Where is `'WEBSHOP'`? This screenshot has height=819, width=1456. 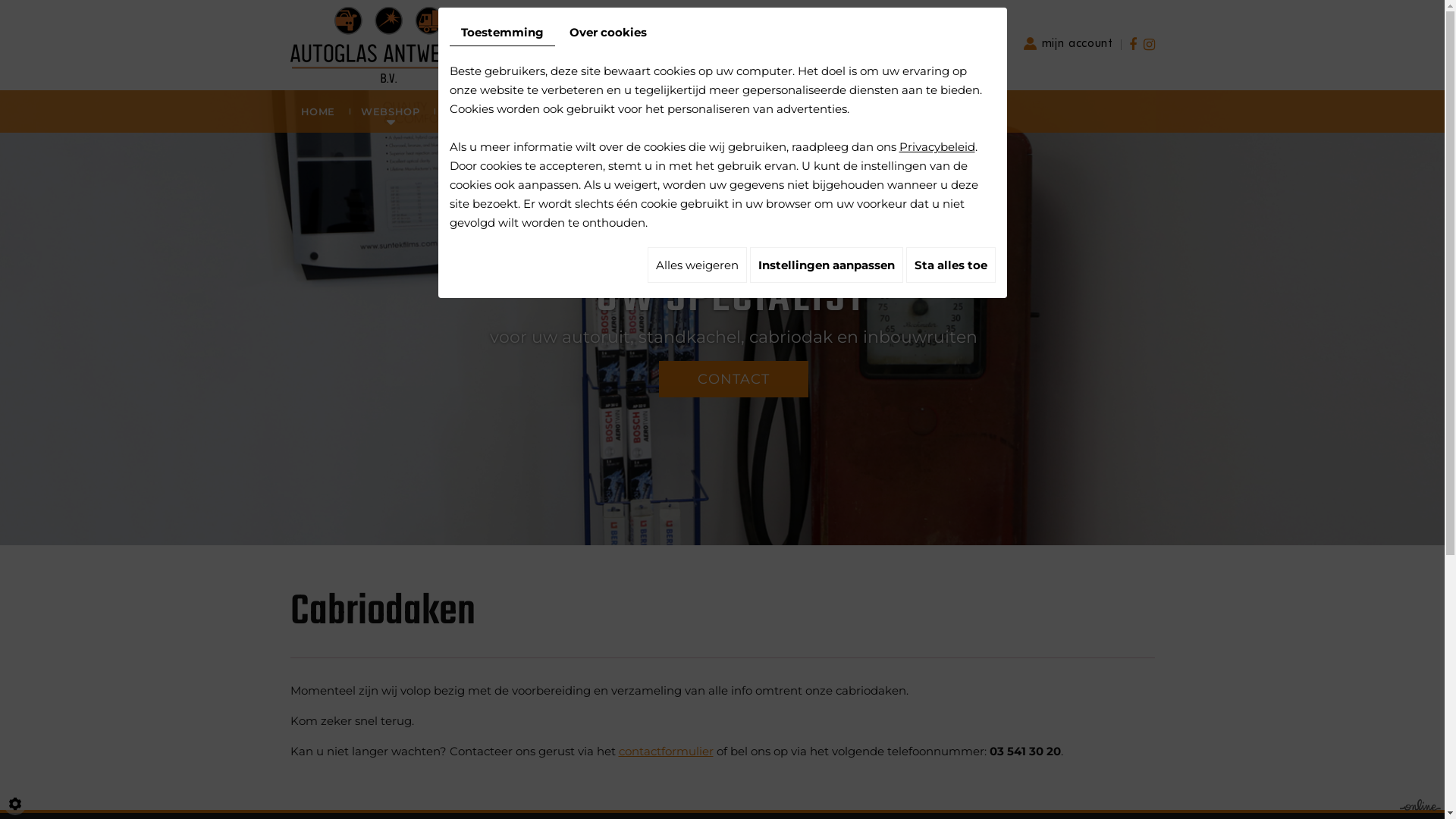
'WEBSHOP' is located at coordinates (345, 110).